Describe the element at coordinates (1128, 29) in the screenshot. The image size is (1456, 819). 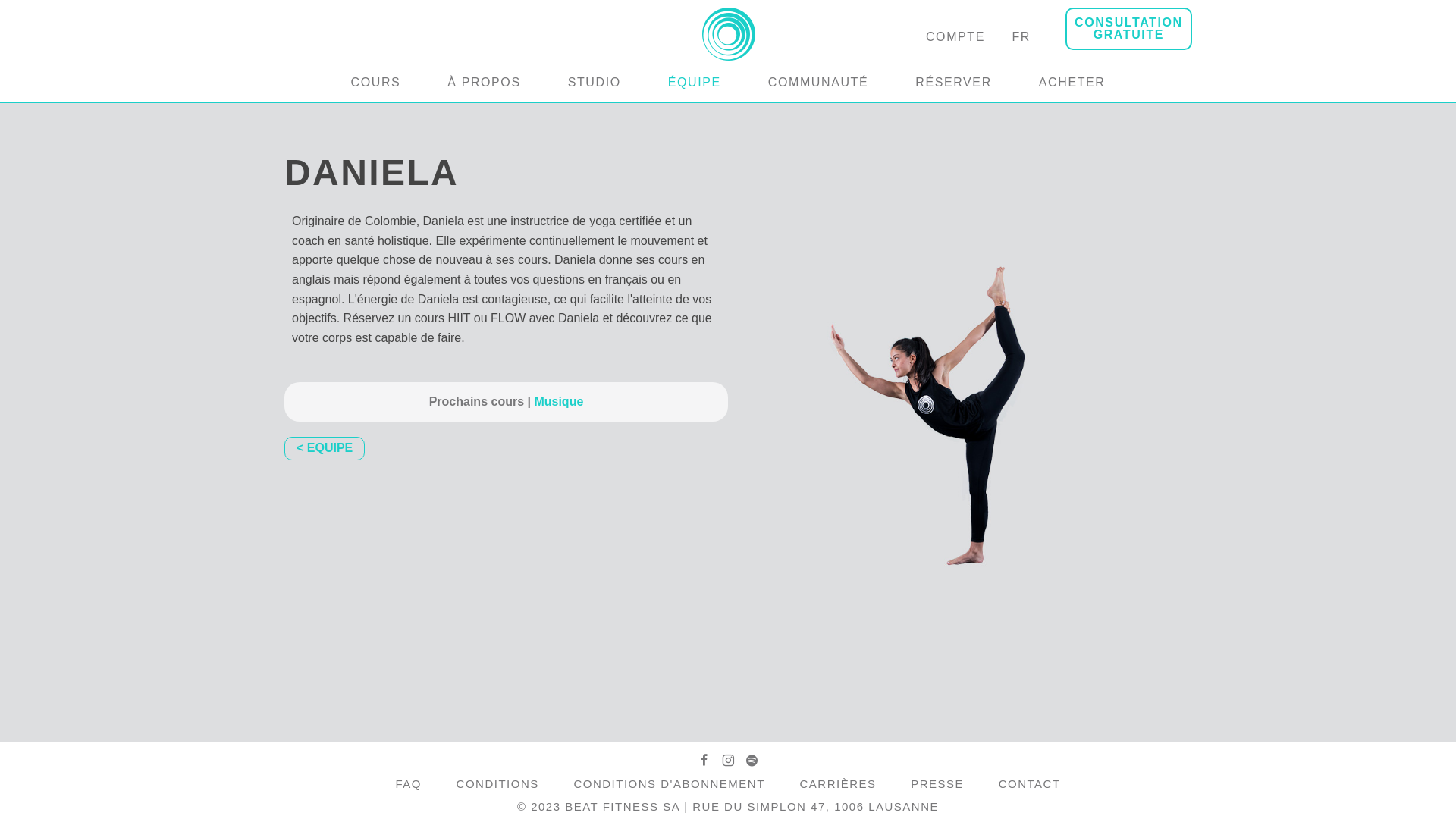
I see `'CONSULTATION GRATUITE'` at that location.